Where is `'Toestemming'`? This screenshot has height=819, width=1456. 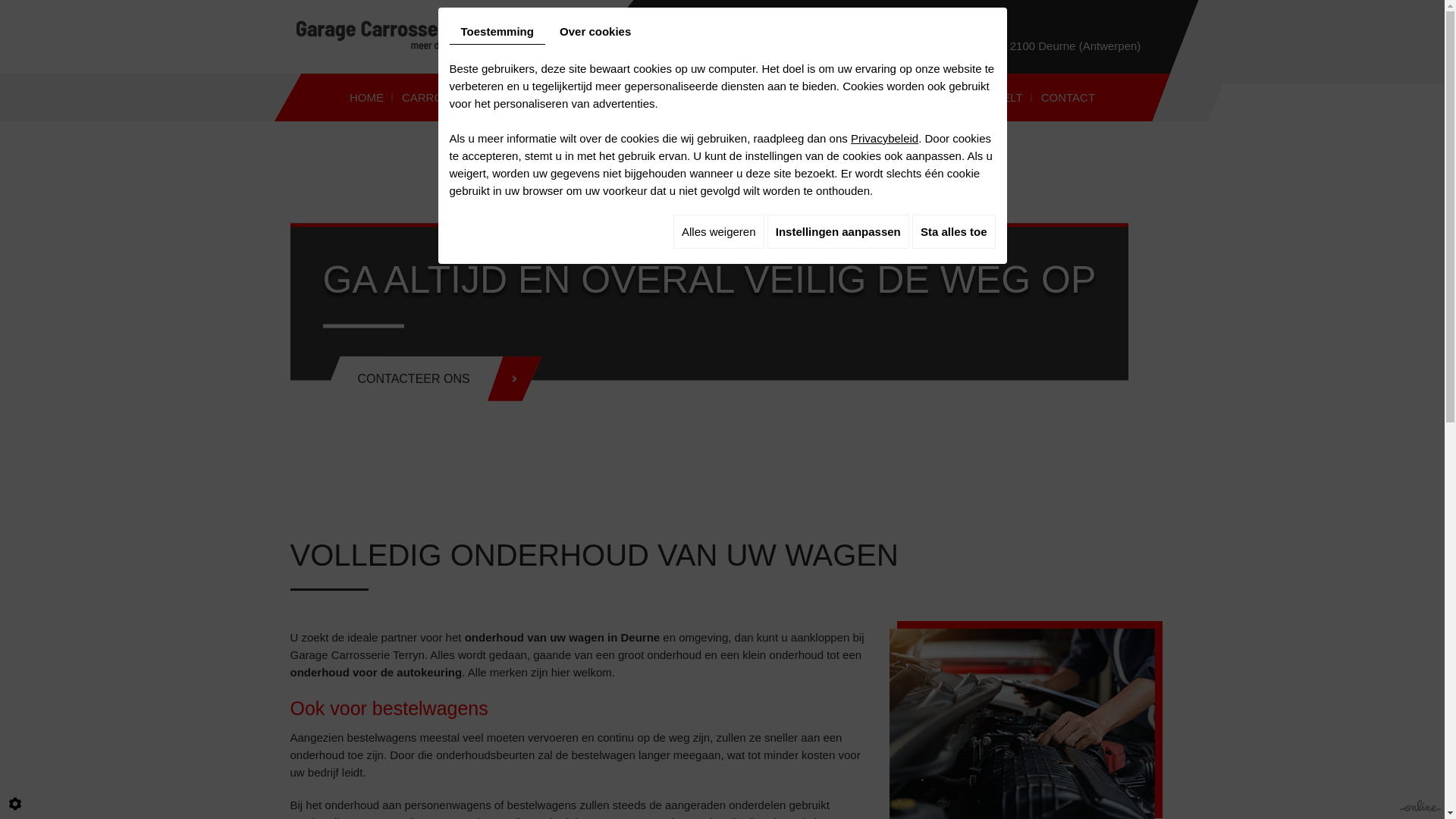 'Toestemming' is located at coordinates (496, 32).